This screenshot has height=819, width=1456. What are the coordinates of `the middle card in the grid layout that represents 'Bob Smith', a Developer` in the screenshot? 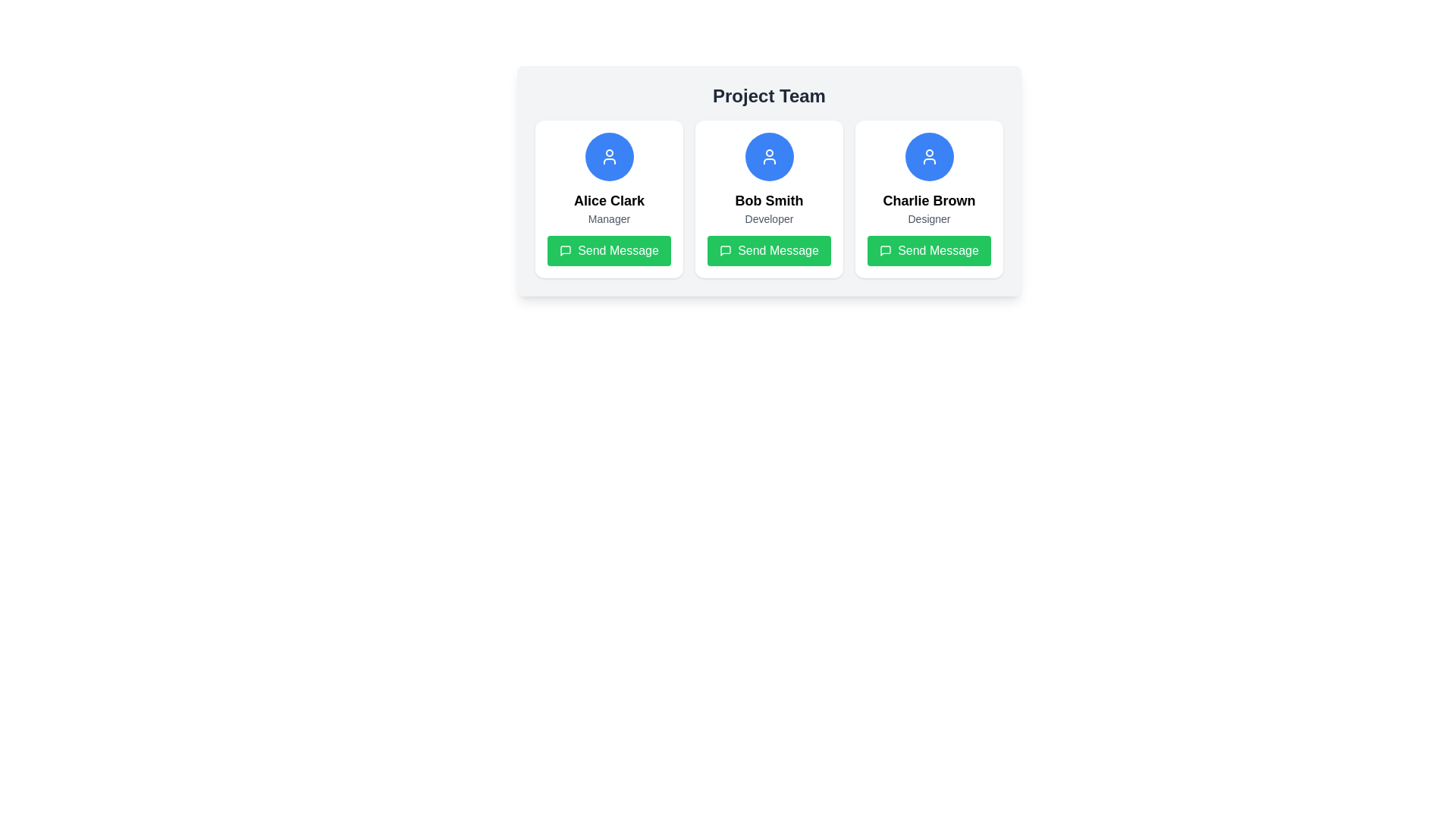 It's located at (769, 198).